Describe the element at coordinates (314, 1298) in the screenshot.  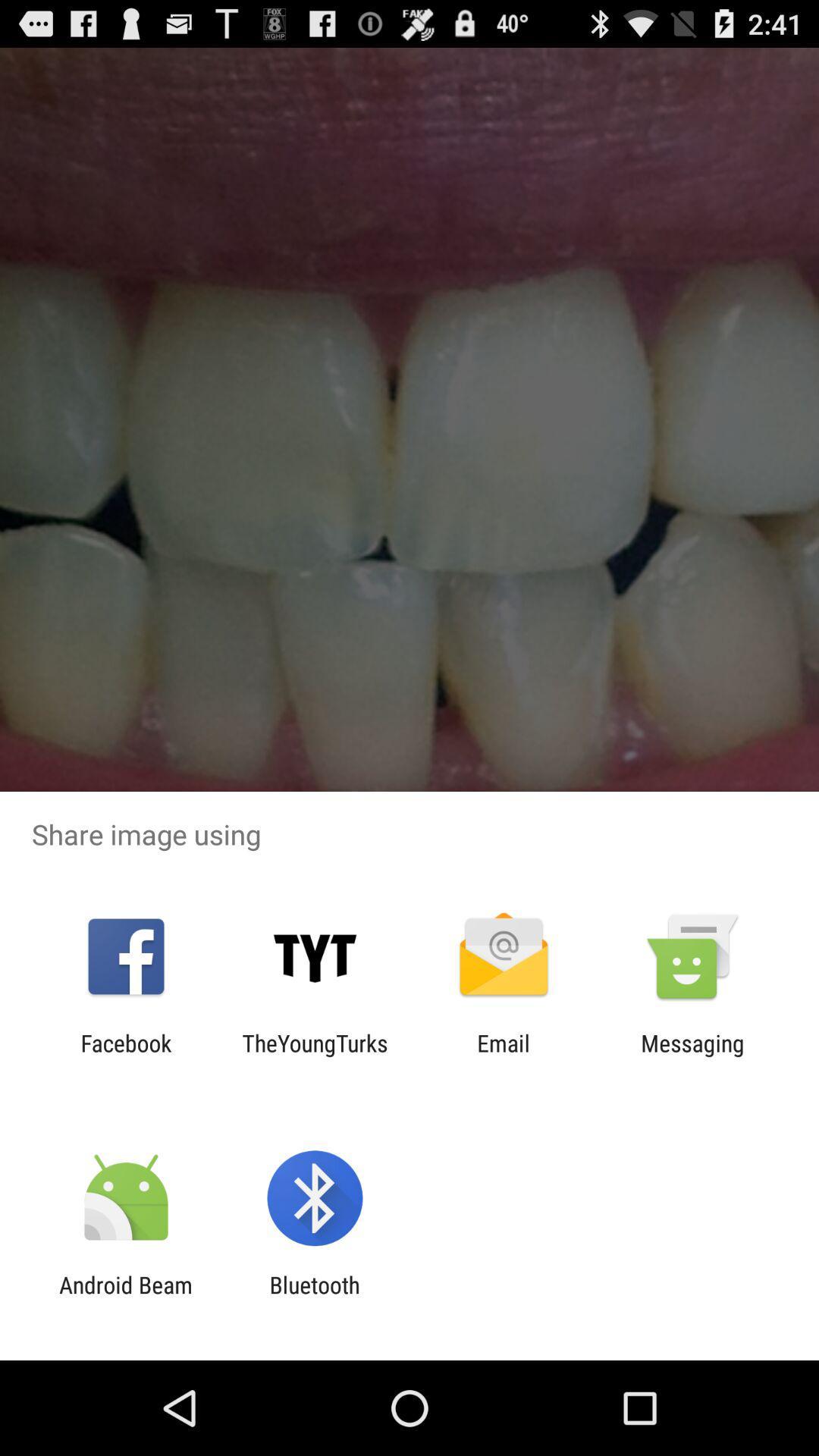
I see `the app next to android beam item` at that location.